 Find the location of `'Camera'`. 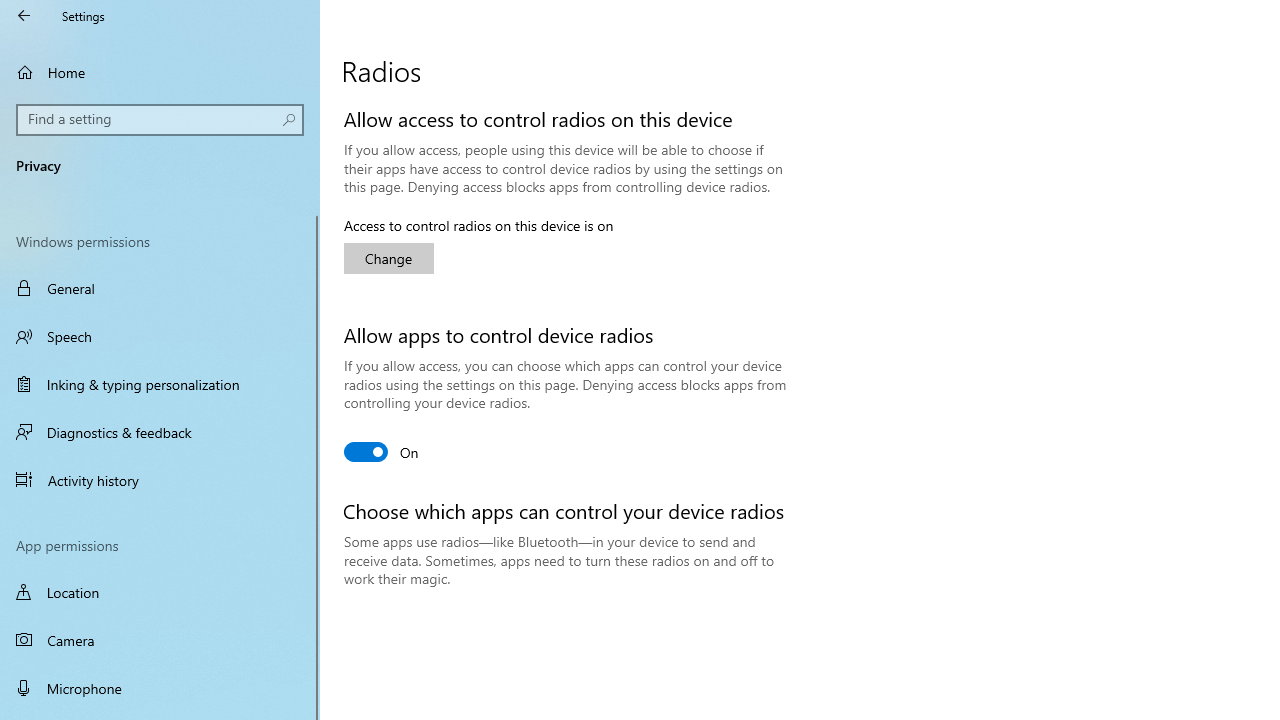

'Camera' is located at coordinates (160, 640).